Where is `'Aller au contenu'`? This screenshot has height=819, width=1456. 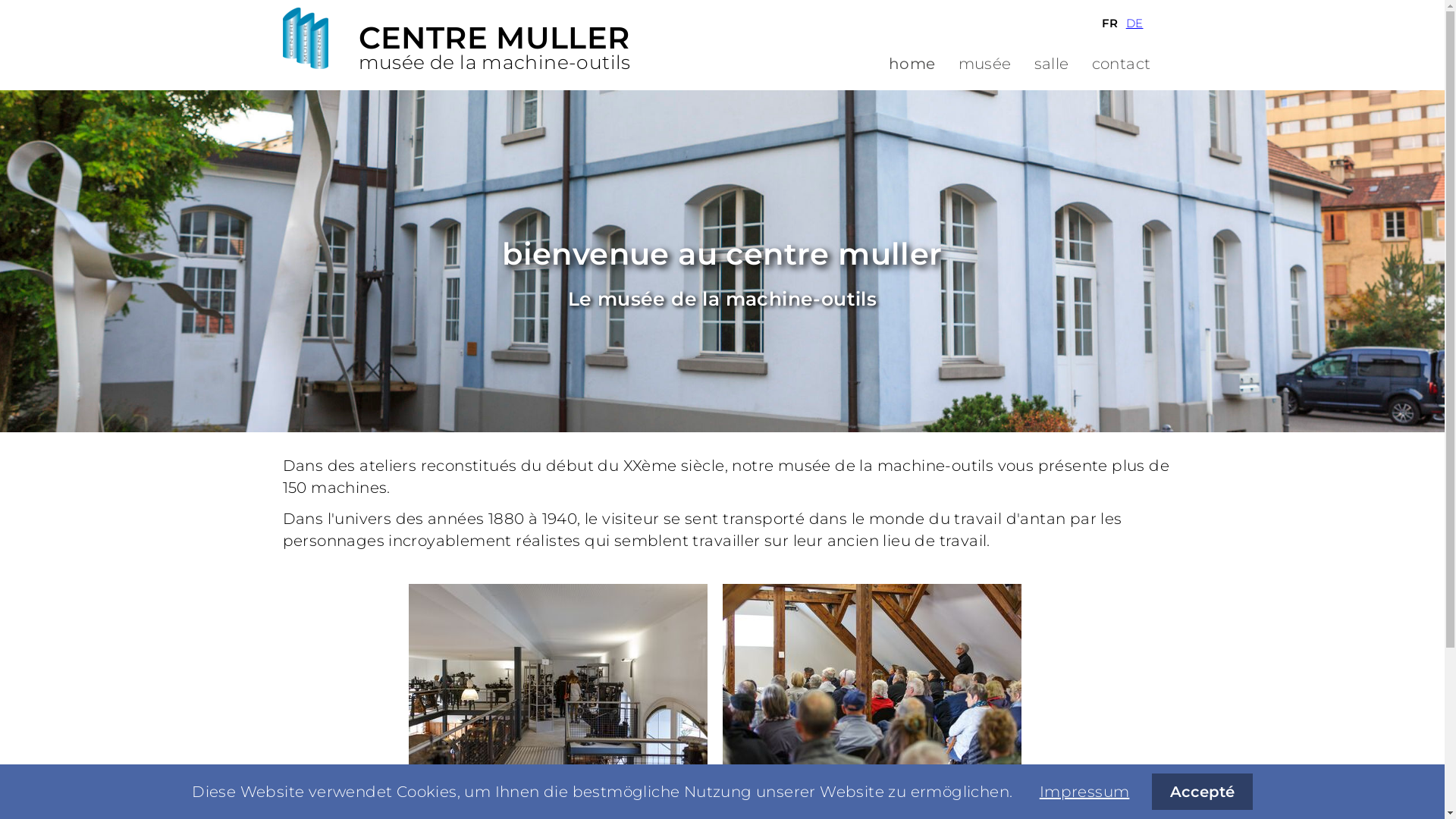
'Aller au contenu' is located at coordinates (282, 89).